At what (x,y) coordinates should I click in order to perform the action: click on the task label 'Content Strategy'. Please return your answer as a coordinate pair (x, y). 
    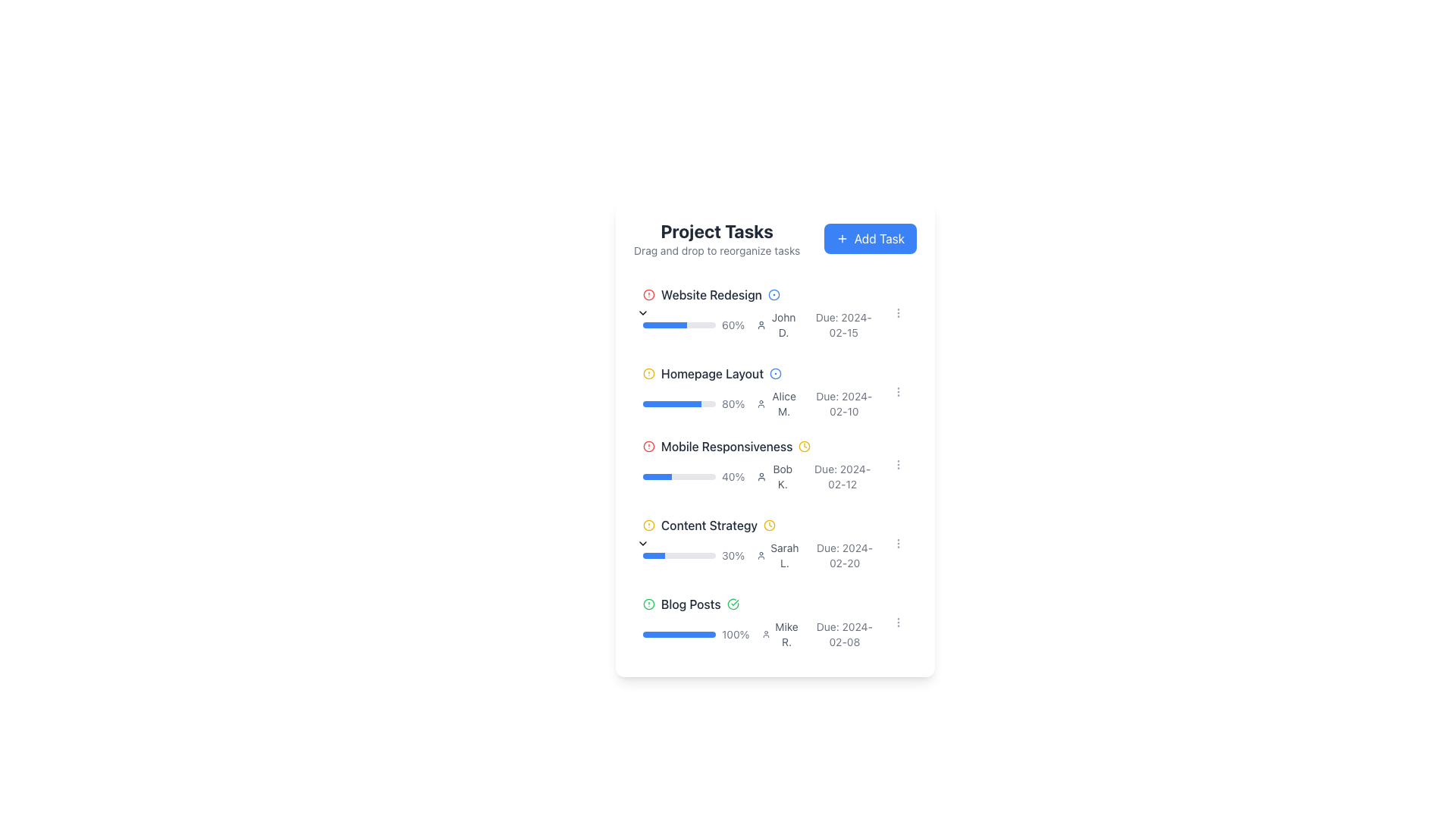
    Looking at the image, I should click on (760, 525).